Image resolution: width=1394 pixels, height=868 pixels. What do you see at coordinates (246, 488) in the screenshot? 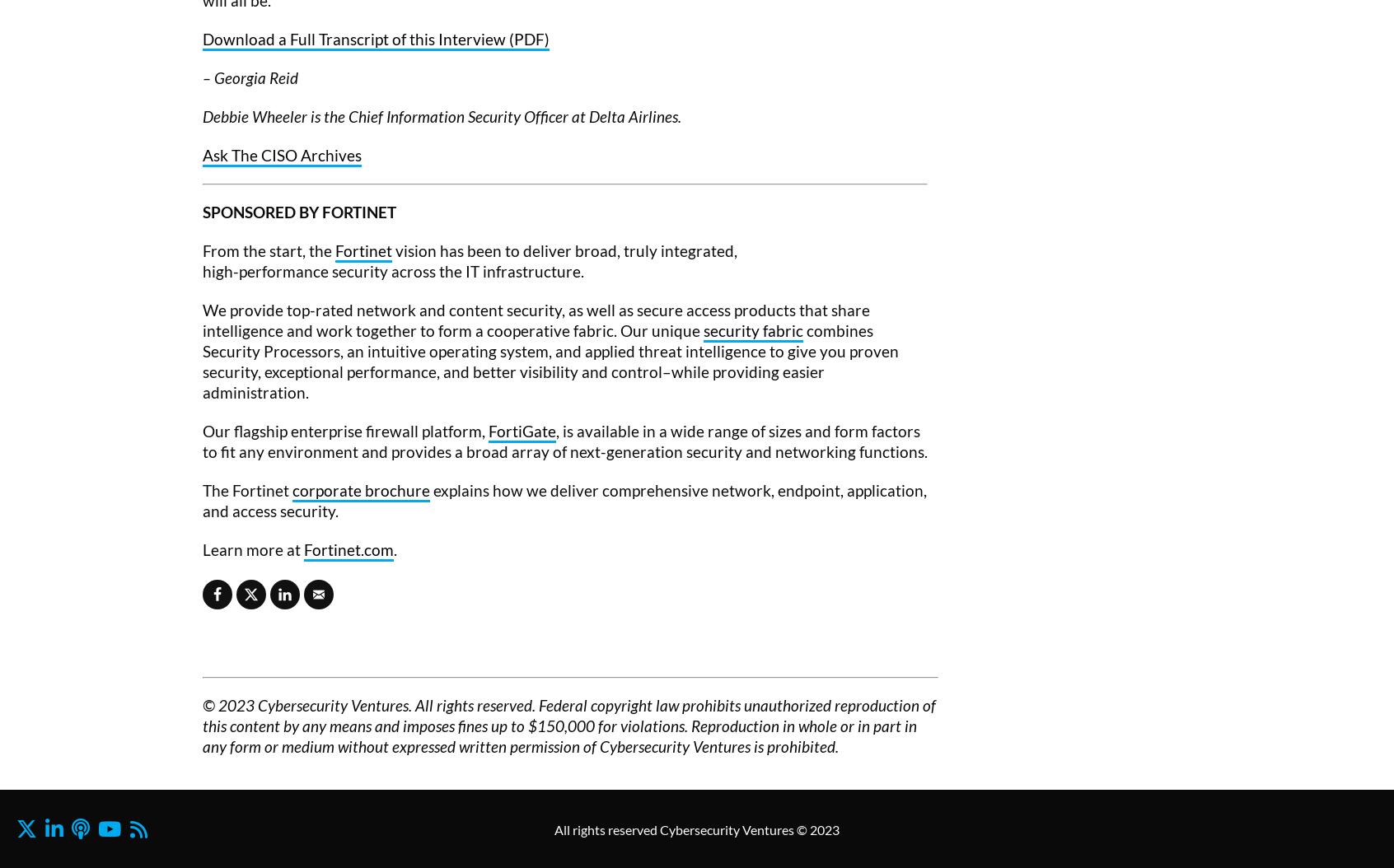
I see `'The Fortinet'` at bounding box center [246, 488].